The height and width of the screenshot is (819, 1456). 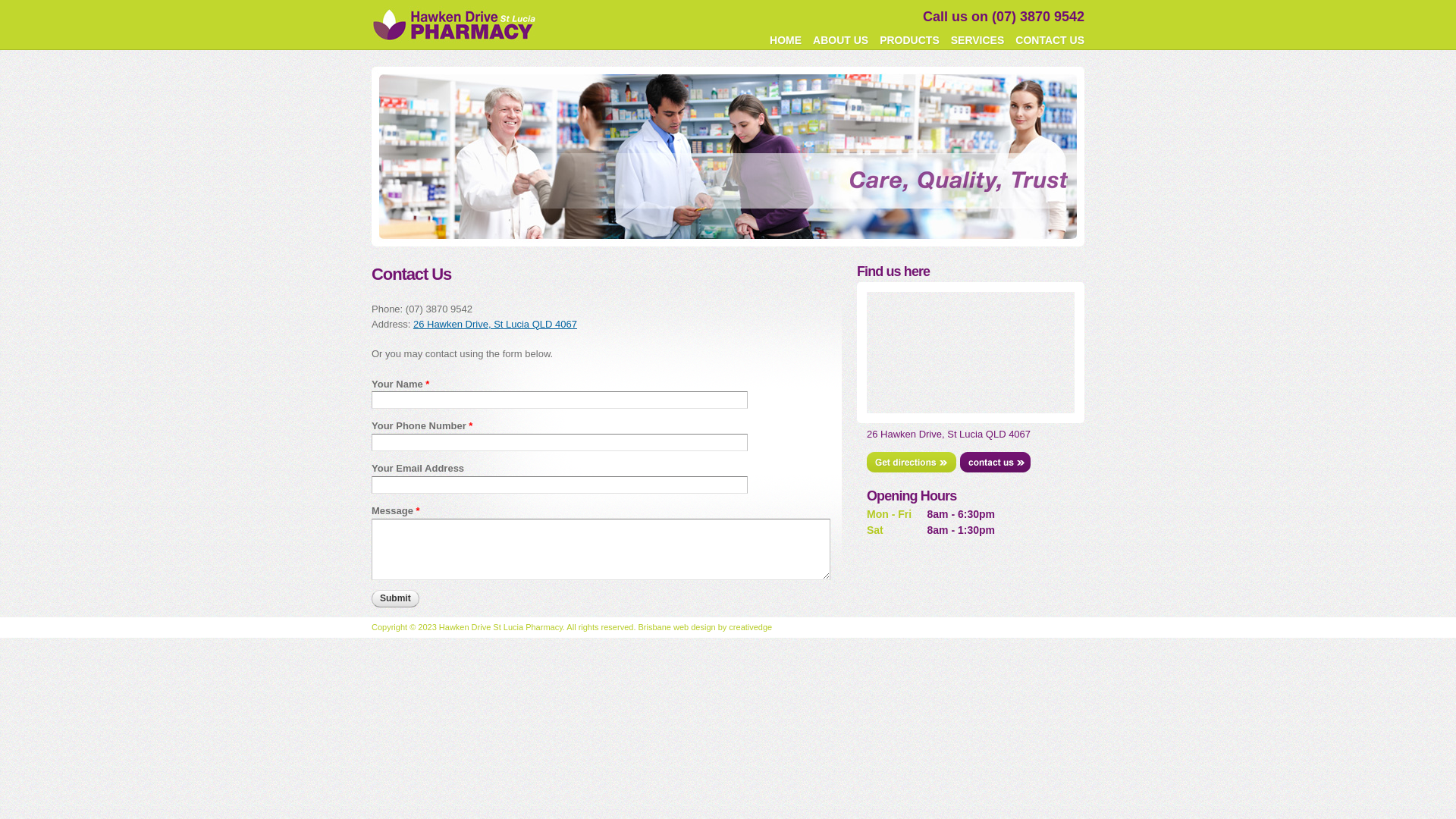 What do you see at coordinates (909, 39) in the screenshot?
I see `'PRODUCTS'` at bounding box center [909, 39].